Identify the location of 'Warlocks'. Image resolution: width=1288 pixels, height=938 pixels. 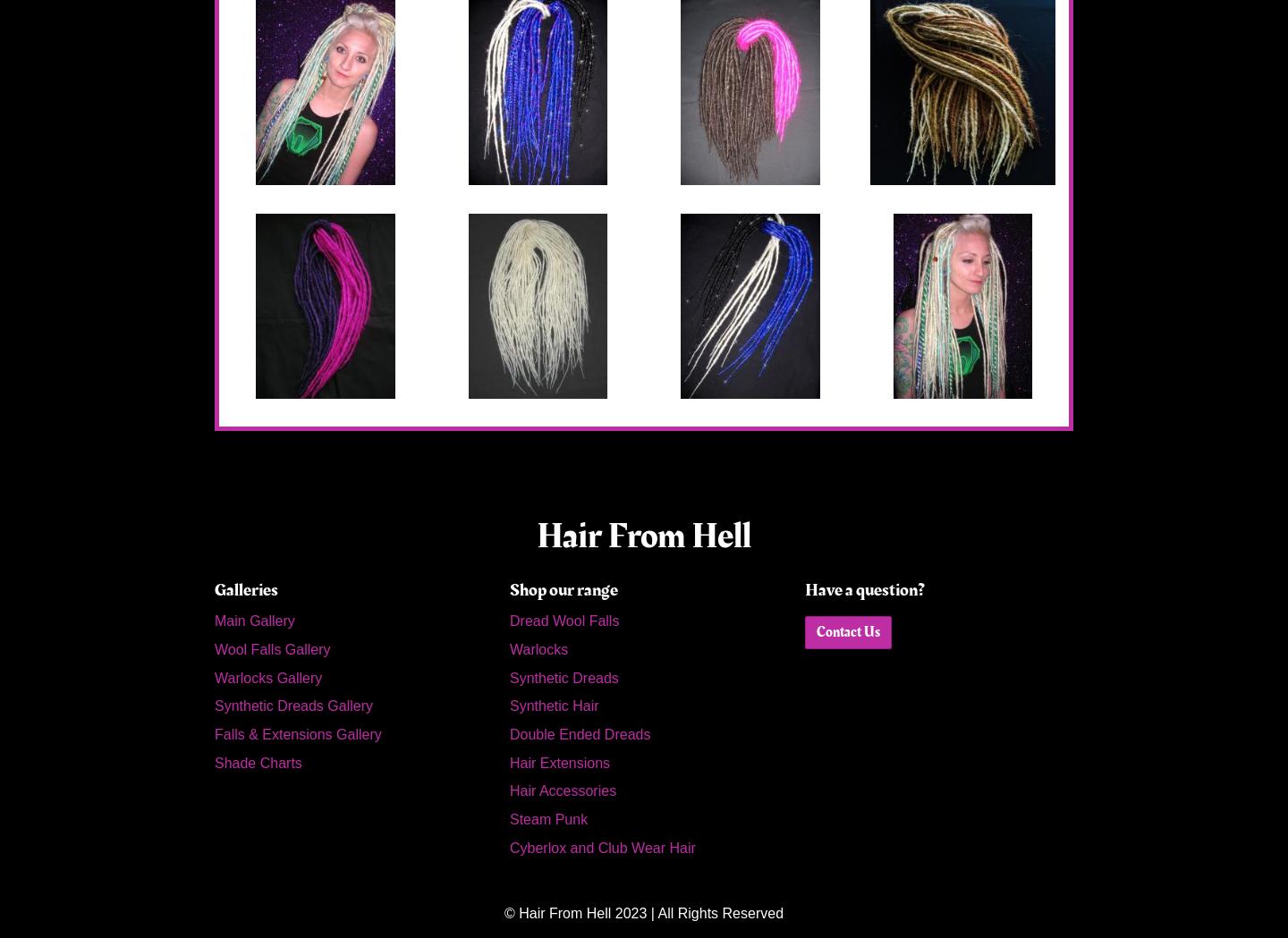
(538, 649).